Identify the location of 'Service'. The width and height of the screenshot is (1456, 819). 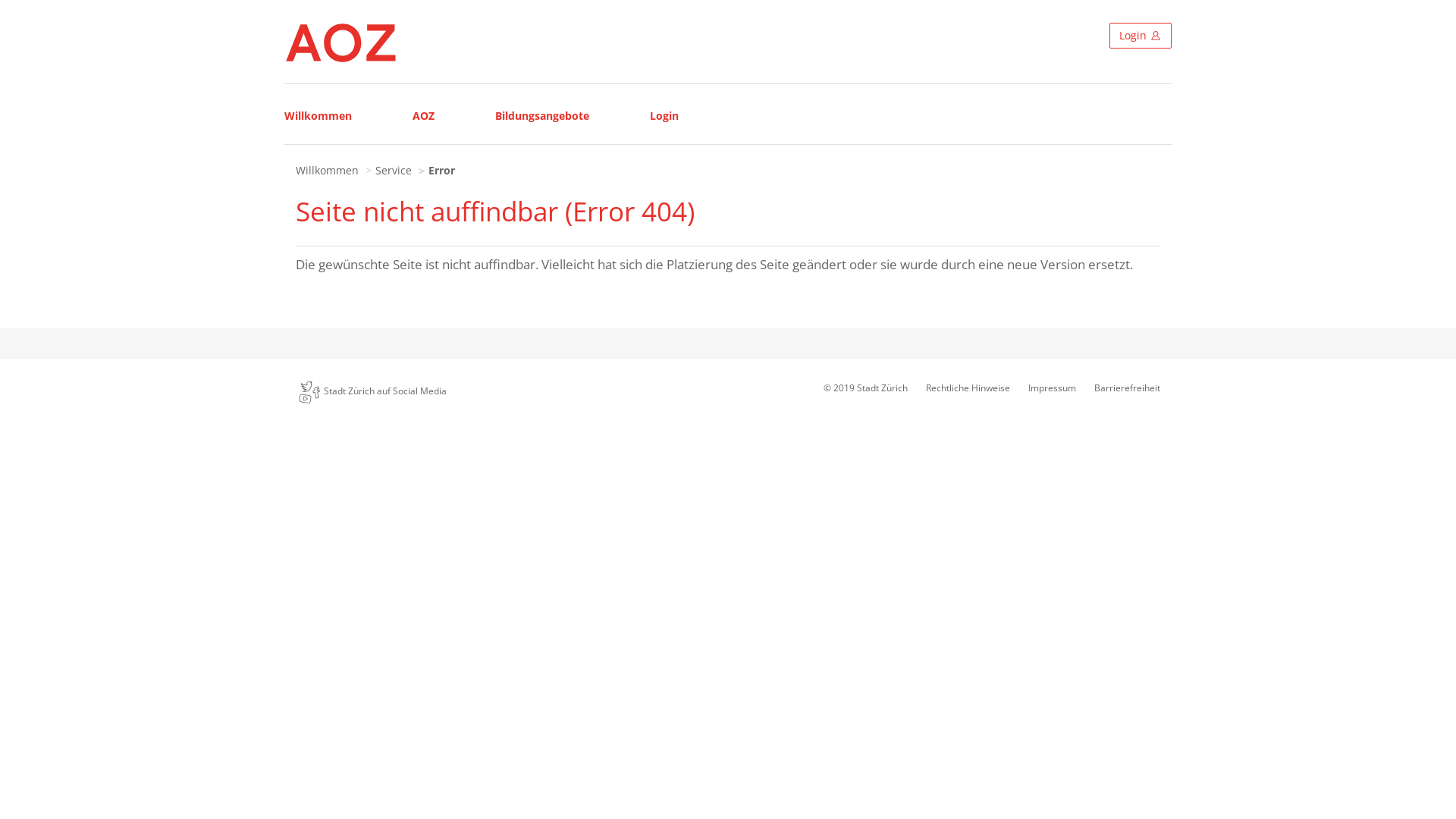
(393, 170).